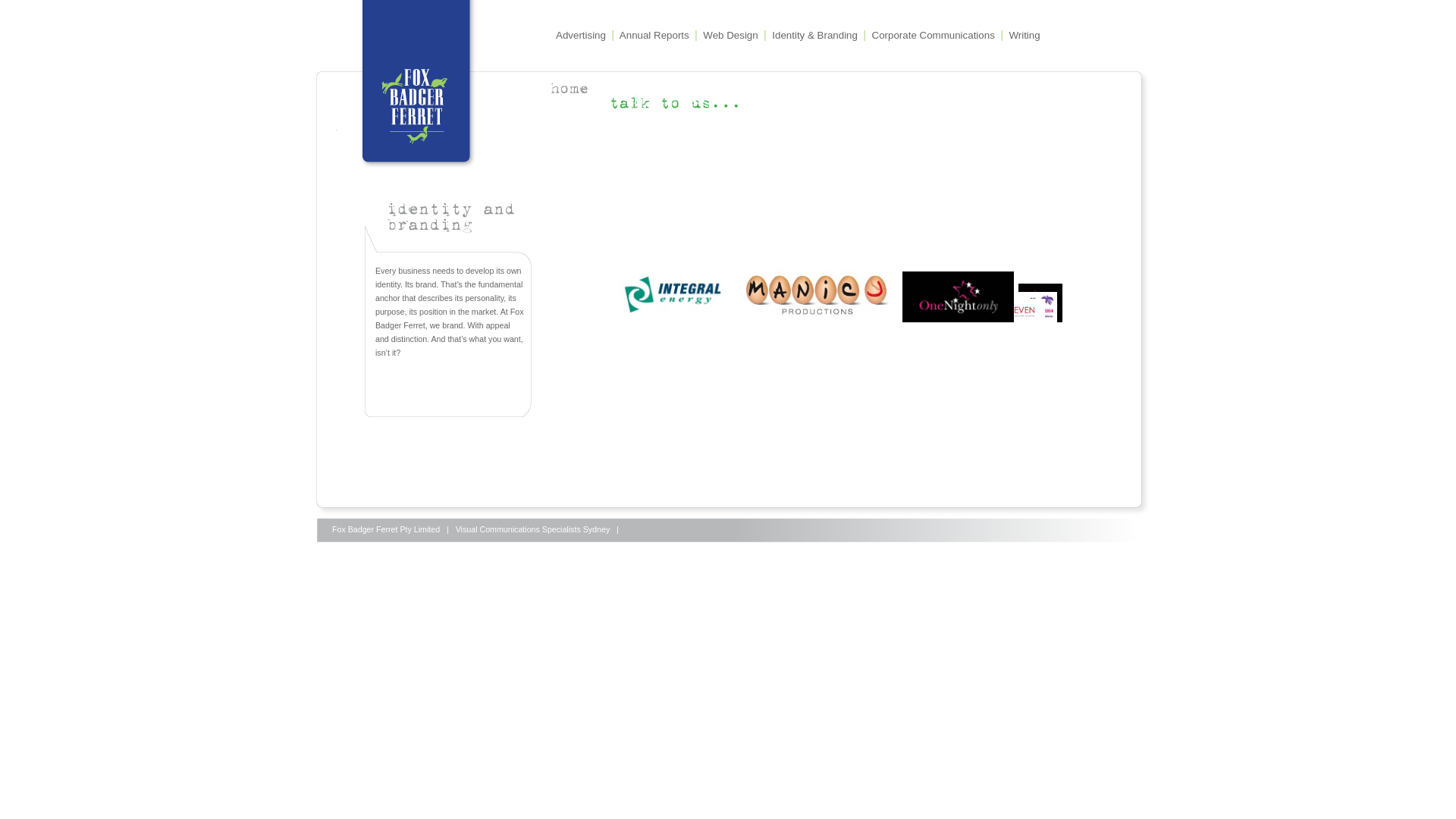  I want to click on 'Corporate Communications', so click(932, 34).